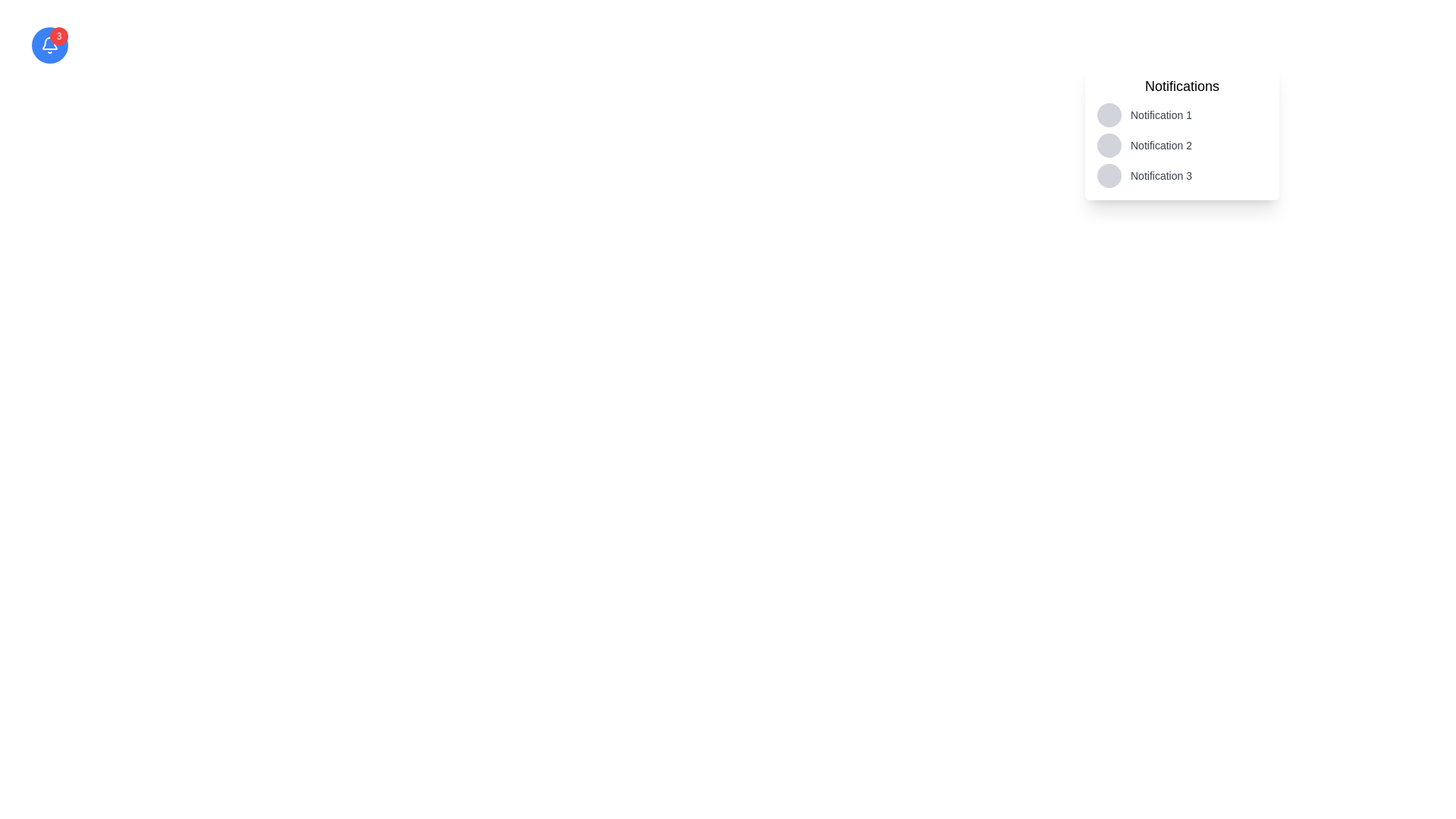  What do you see at coordinates (58, 35) in the screenshot?
I see `the circular red notification badge displaying the numeral '3' at the top-right corner of the blue bell icon button` at bounding box center [58, 35].